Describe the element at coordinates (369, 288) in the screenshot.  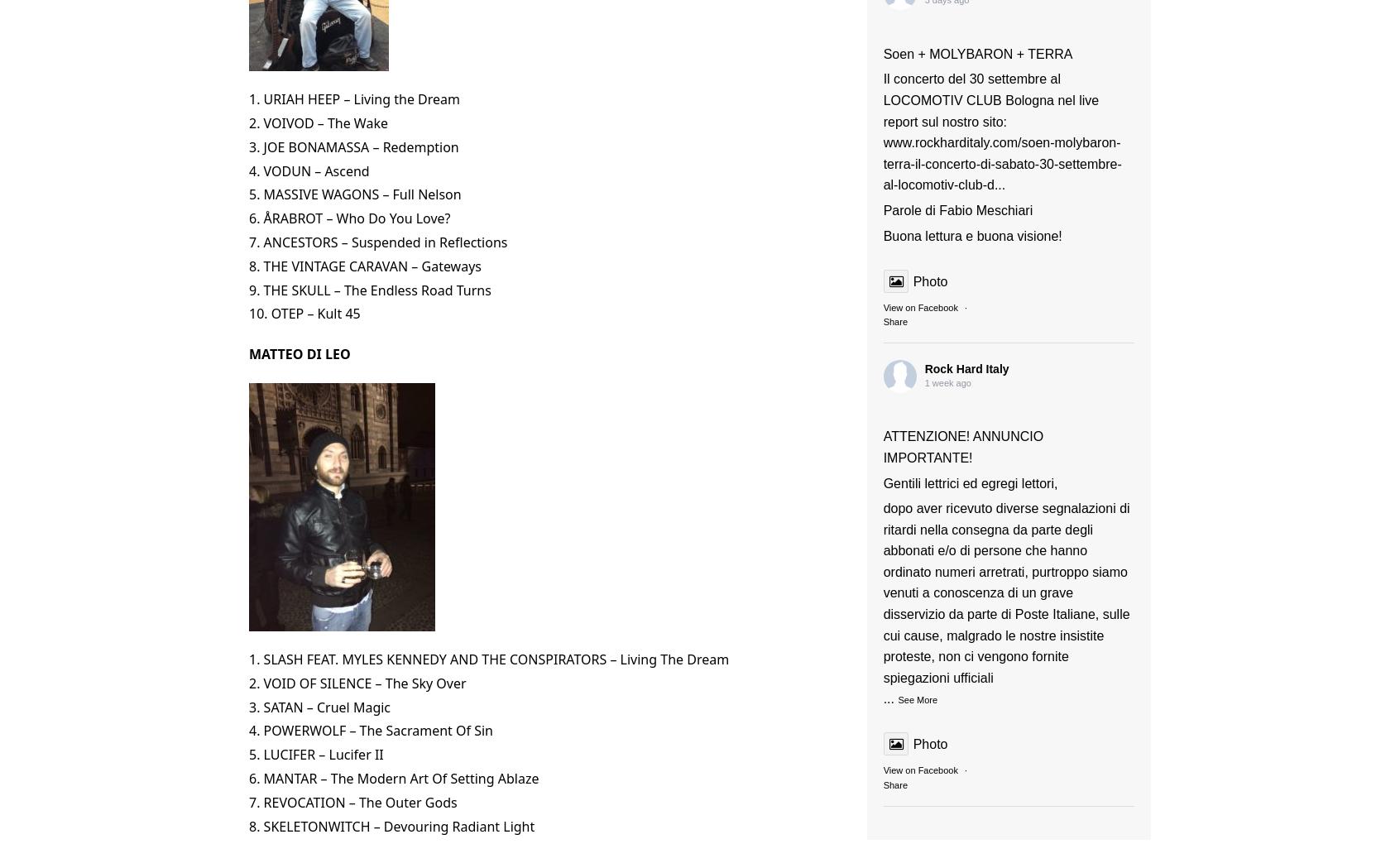
I see `'9. THE SKULL – The Endless Road Turns'` at that location.